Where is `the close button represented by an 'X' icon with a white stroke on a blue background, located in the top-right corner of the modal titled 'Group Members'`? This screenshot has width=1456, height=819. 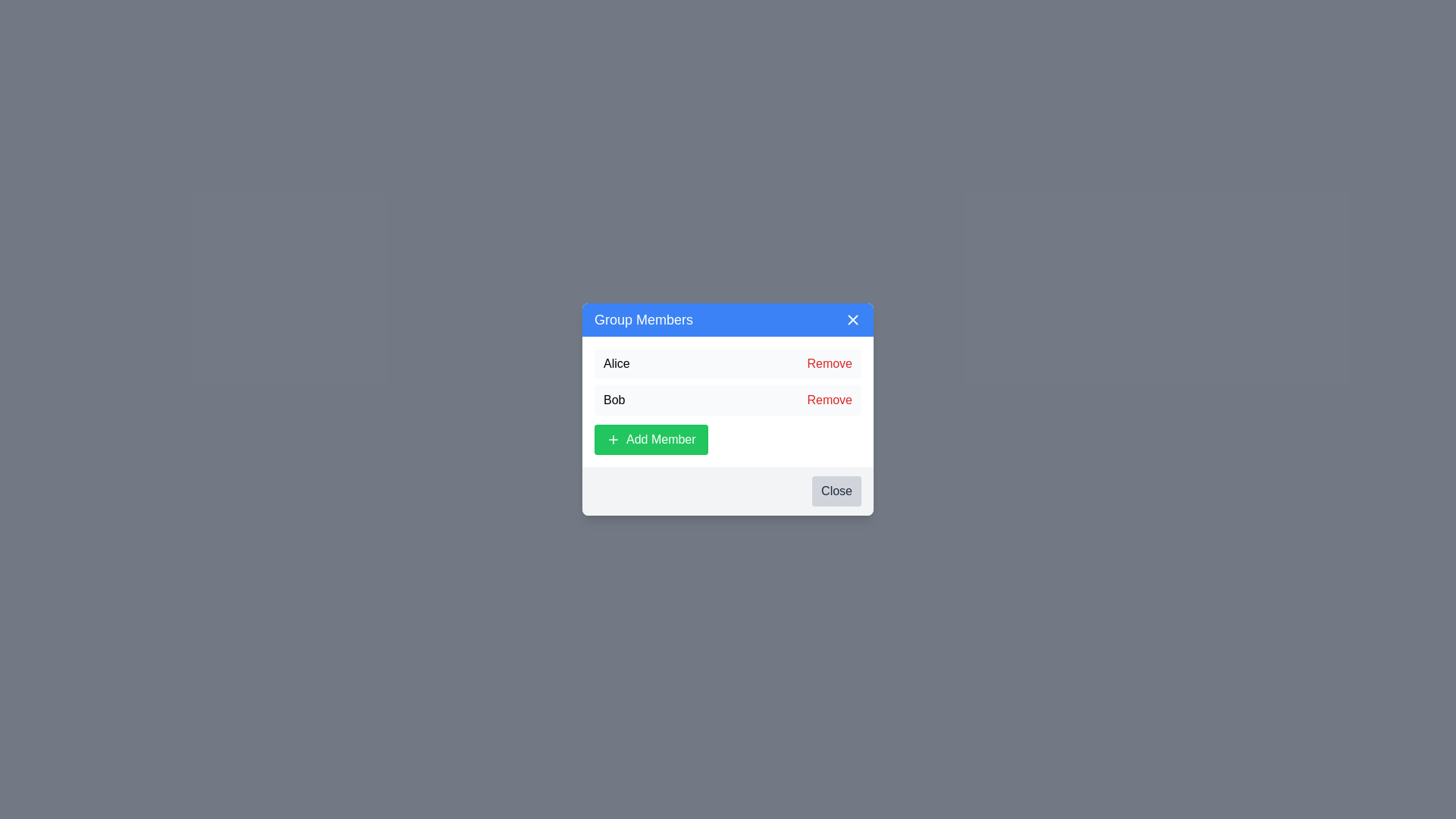 the close button represented by an 'X' icon with a white stroke on a blue background, located in the top-right corner of the modal titled 'Group Members' is located at coordinates (852, 318).